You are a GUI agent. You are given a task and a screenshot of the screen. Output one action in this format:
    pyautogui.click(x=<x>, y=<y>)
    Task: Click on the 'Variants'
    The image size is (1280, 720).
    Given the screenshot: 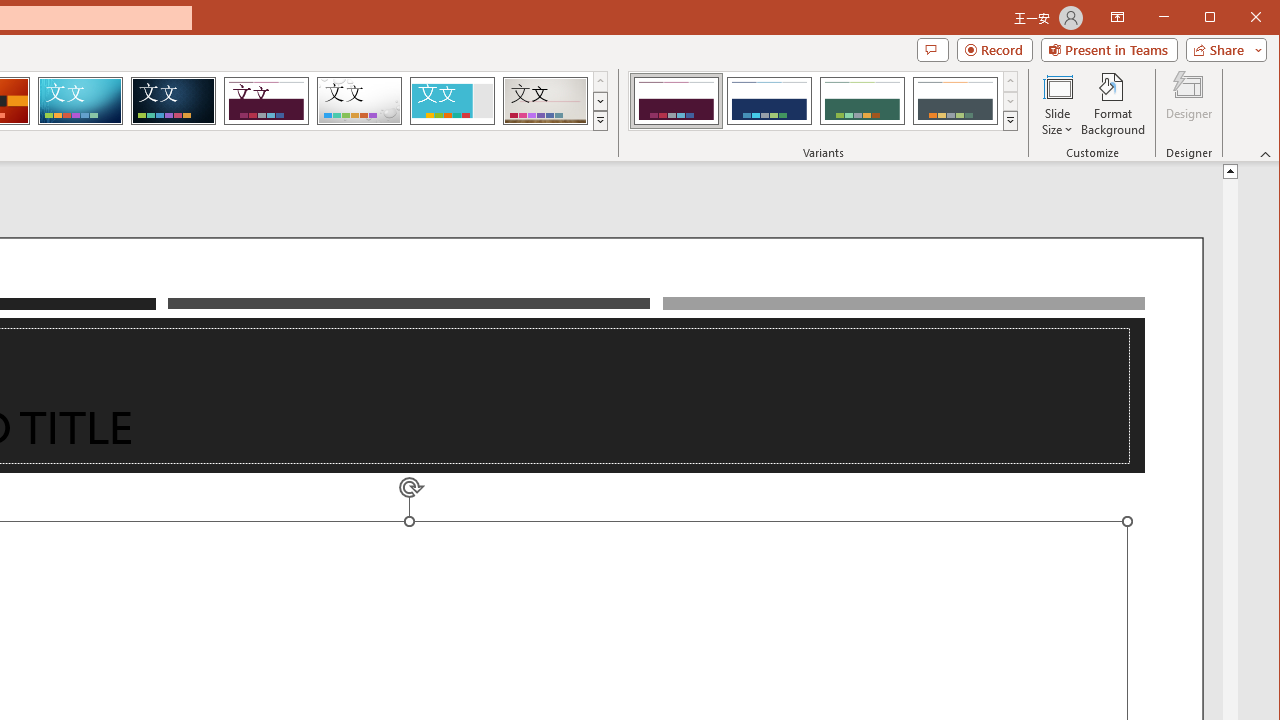 What is the action you would take?
    pyautogui.click(x=1010, y=120)
    